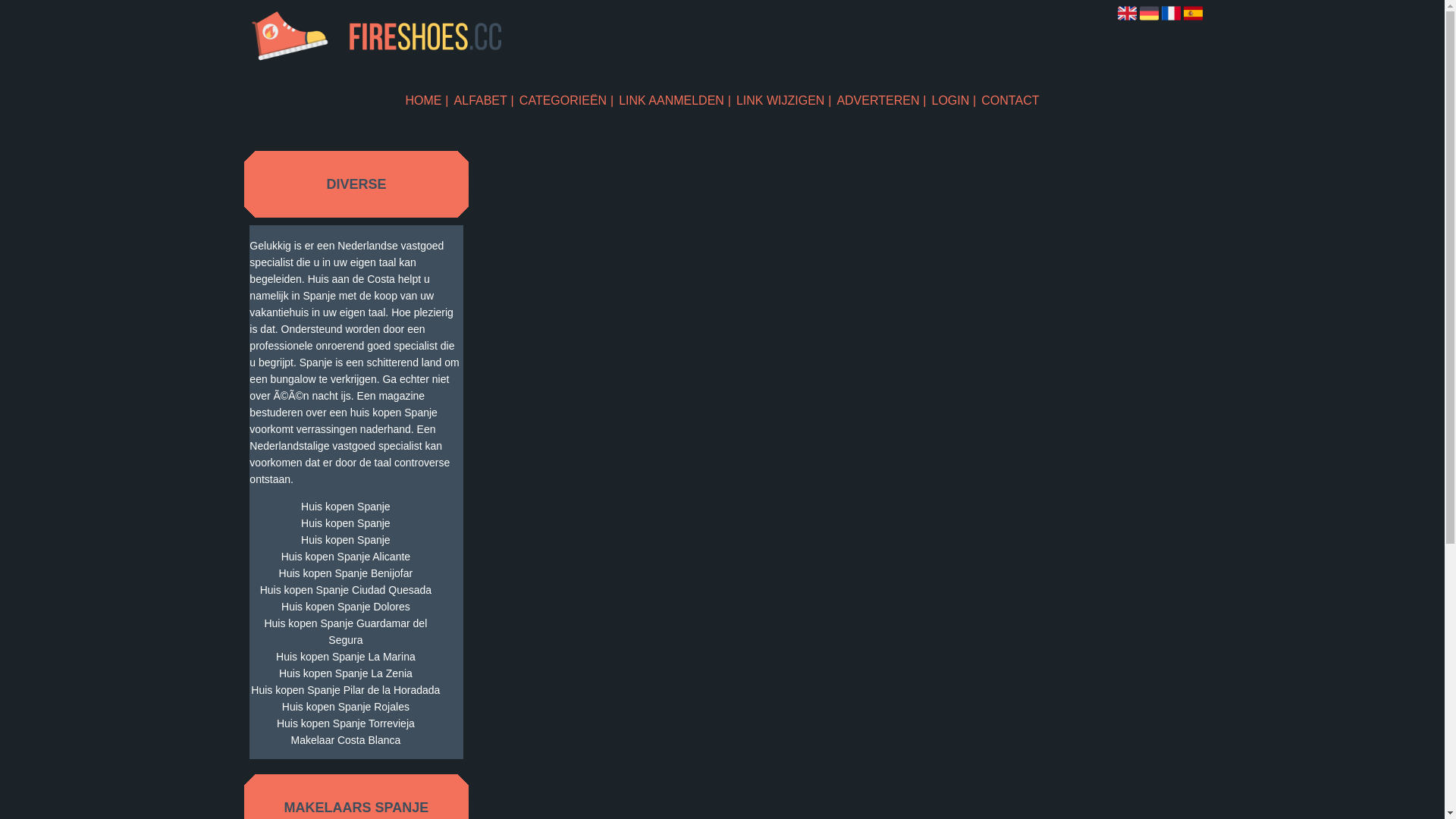 This screenshot has width=1456, height=819. Describe the element at coordinates (344, 556) in the screenshot. I see `'Huis kopen Spanje Alicante'` at that location.